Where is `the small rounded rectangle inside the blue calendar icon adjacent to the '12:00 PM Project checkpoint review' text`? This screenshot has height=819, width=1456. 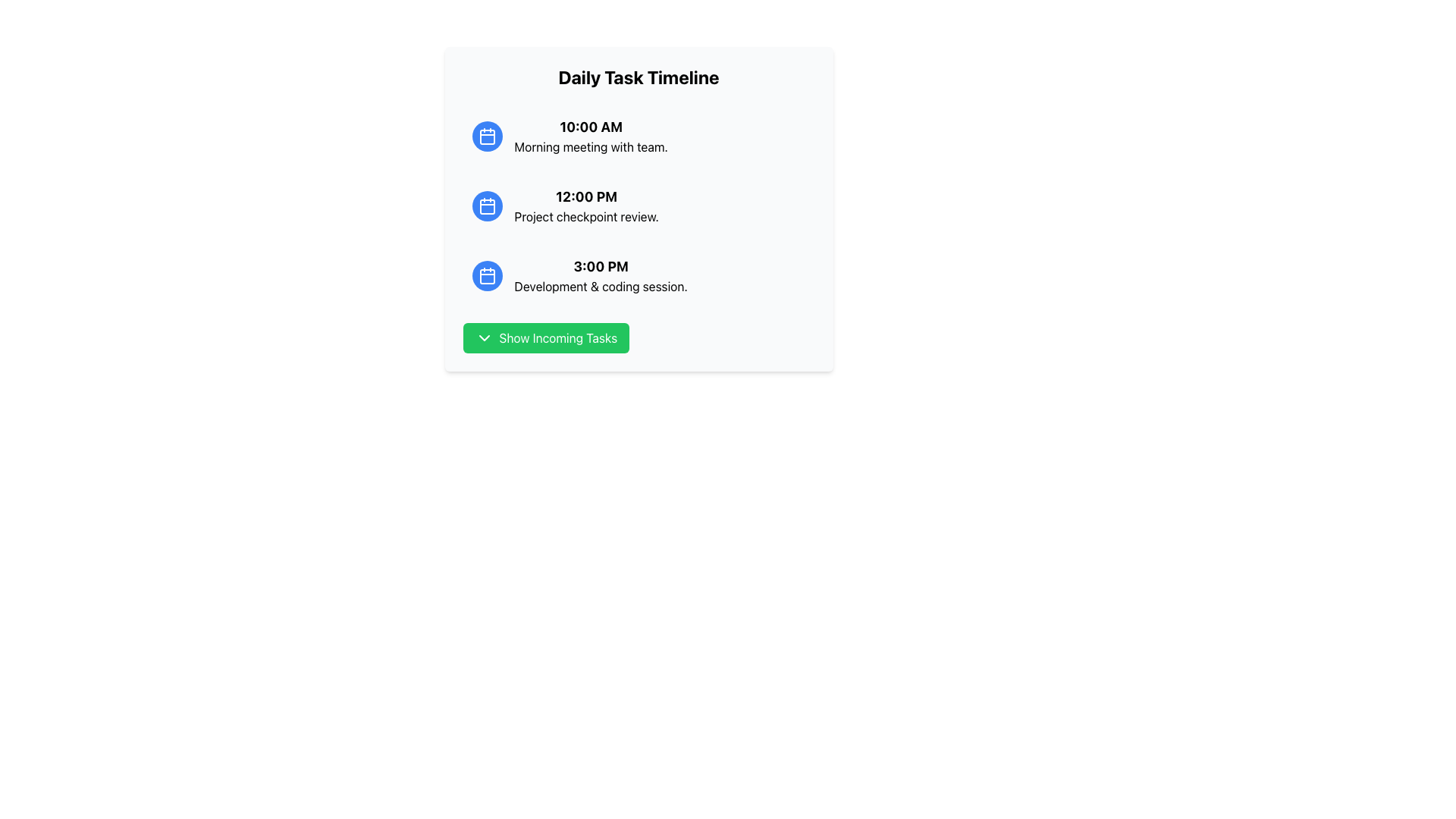
the small rounded rectangle inside the blue calendar icon adjacent to the '12:00 PM Project checkpoint review' text is located at coordinates (487, 207).